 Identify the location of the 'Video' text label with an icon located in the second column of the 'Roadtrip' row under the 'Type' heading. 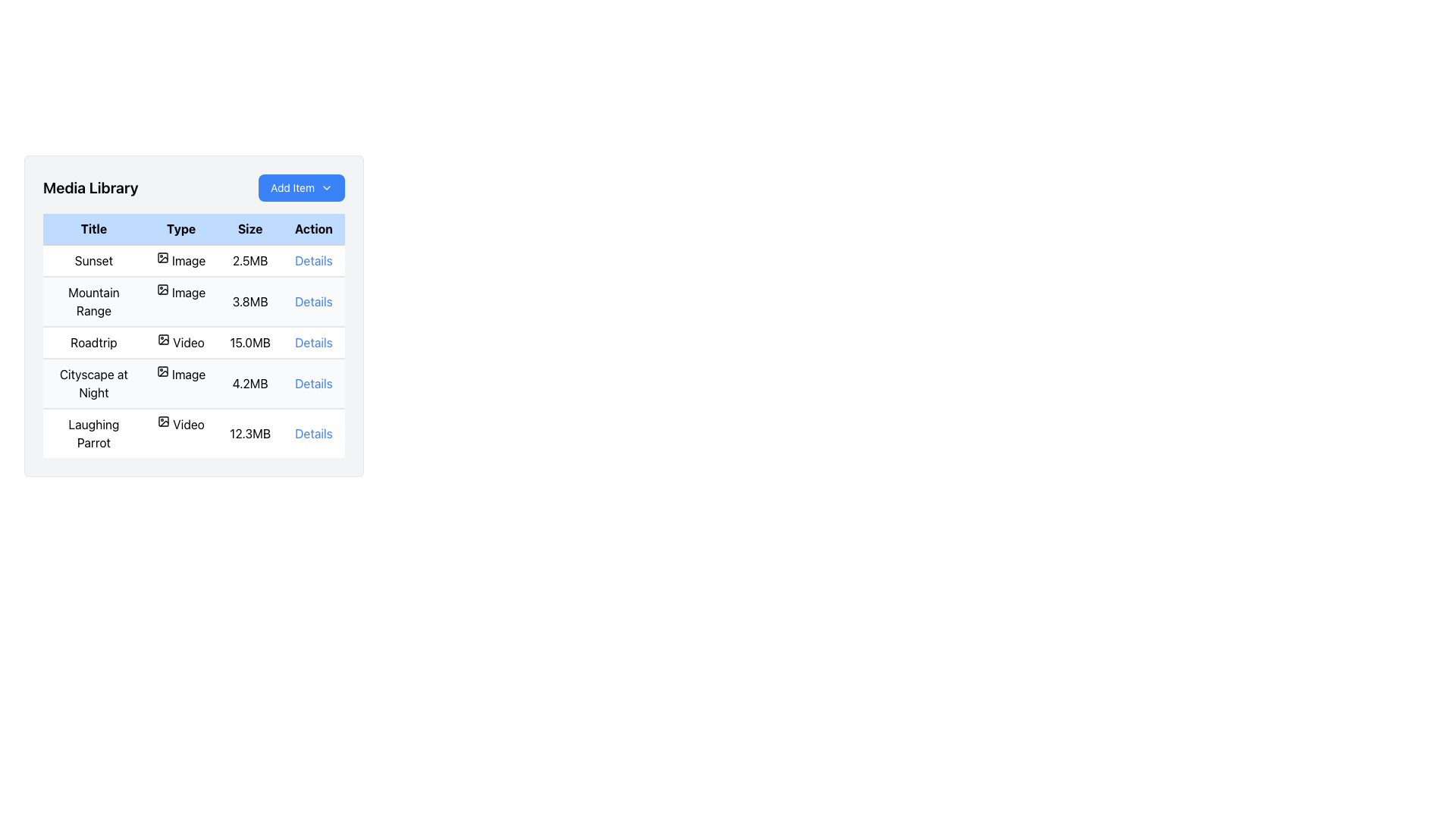
(181, 342).